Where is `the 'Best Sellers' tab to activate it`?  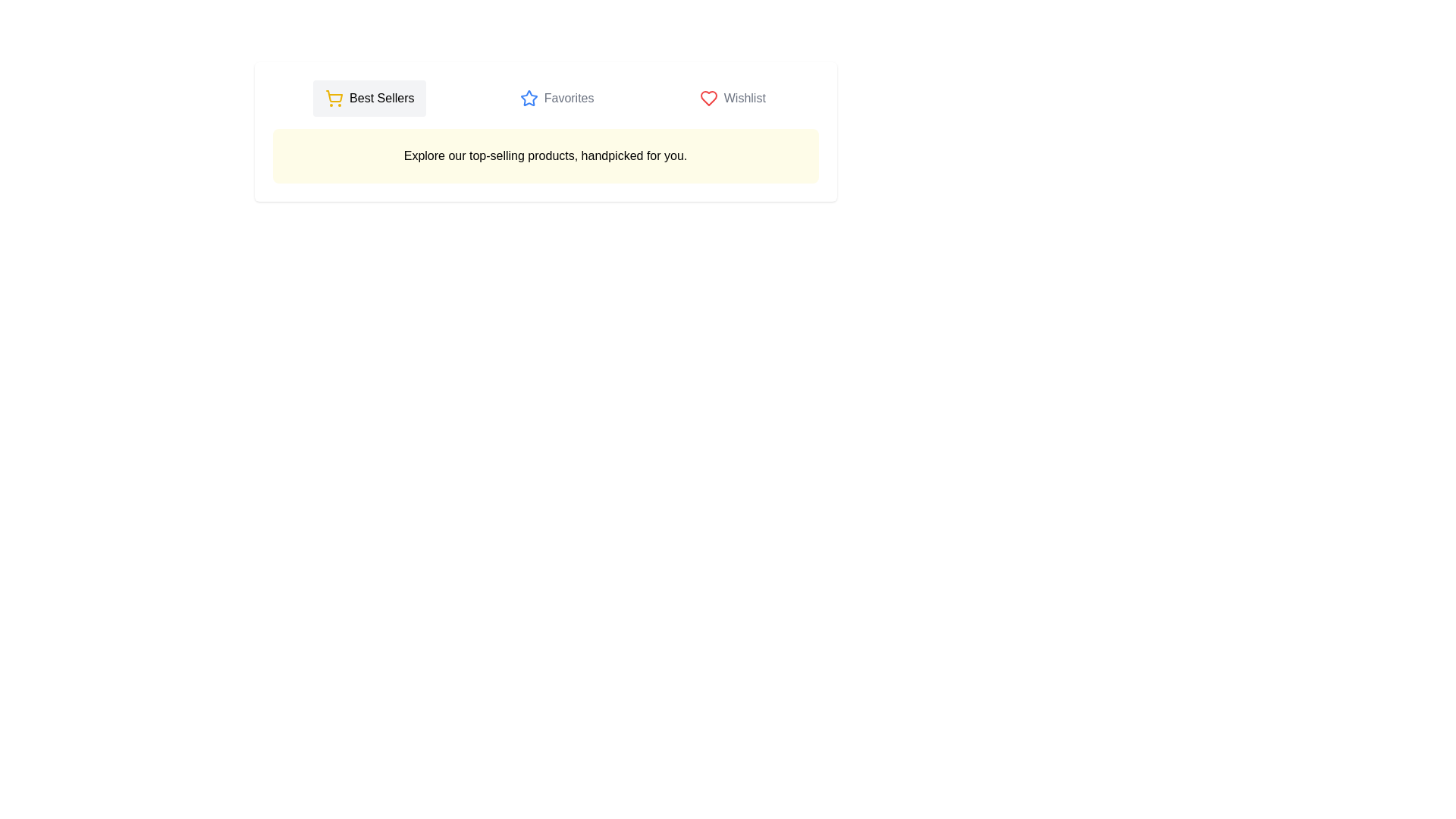 the 'Best Sellers' tab to activate it is located at coordinates (369, 99).